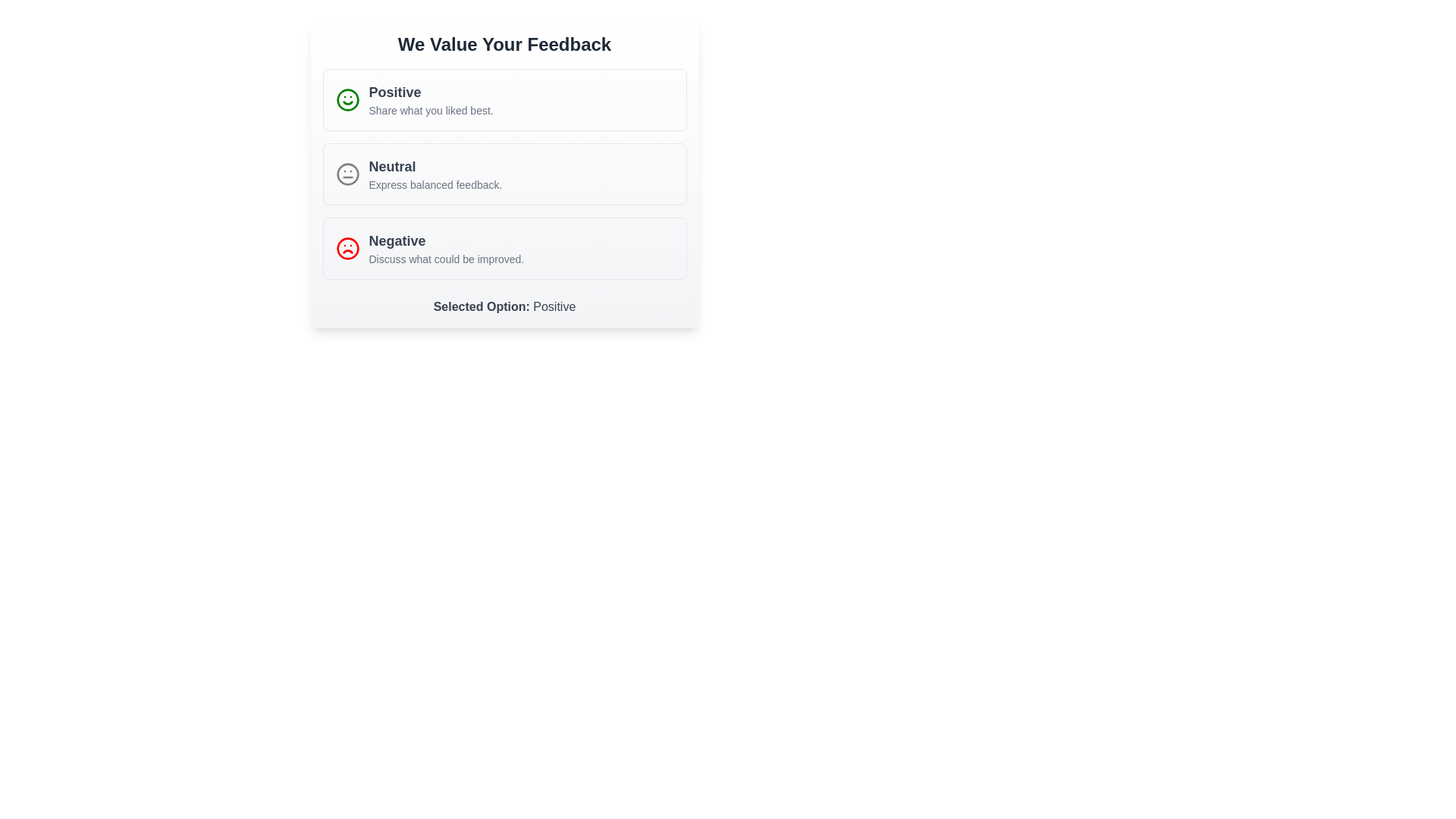 This screenshot has height=819, width=1456. I want to click on the 'Positive' text label that displays the bolded title and descriptive text in the feedback submission list, located directly under the green circular icon, so click(430, 99).